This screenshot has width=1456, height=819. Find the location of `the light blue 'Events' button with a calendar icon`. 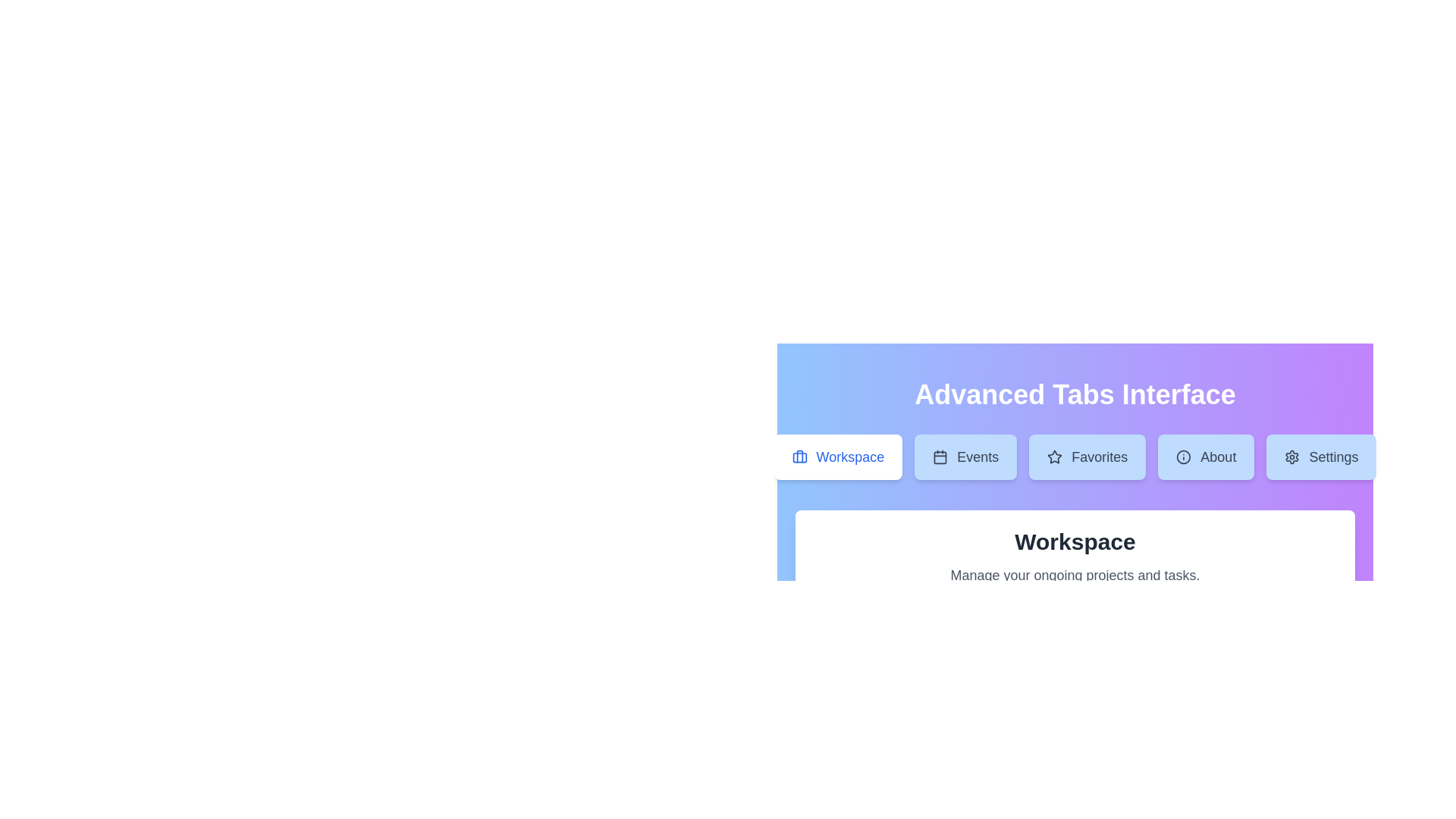

the light blue 'Events' button with a calendar icon is located at coordinates (965, 456).